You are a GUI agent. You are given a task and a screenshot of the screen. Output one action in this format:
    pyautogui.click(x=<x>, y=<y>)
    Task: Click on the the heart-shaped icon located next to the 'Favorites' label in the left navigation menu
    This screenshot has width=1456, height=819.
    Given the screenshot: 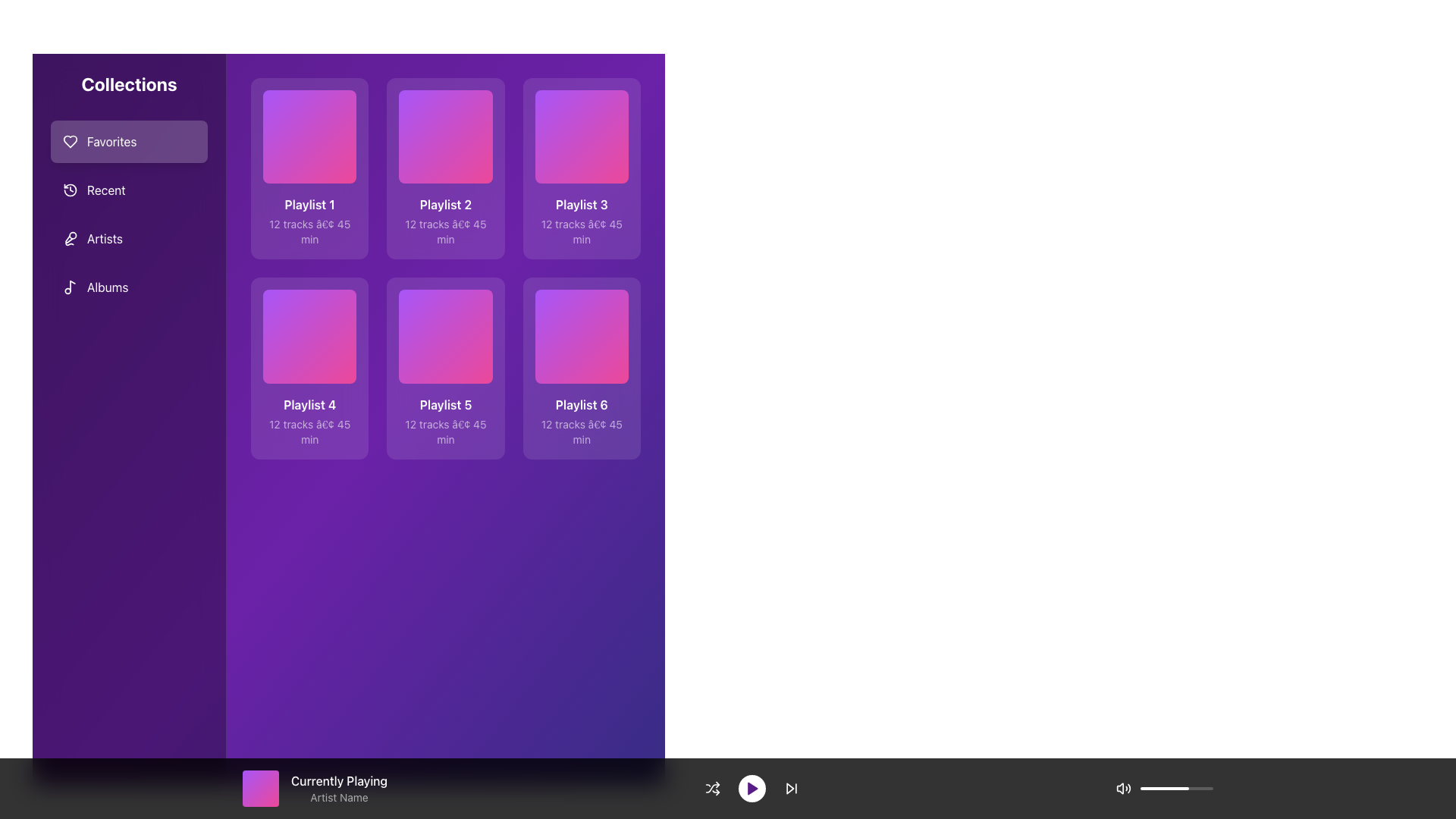 What is the action you would take?
    pyautogui.click(x=69, y=141)
    